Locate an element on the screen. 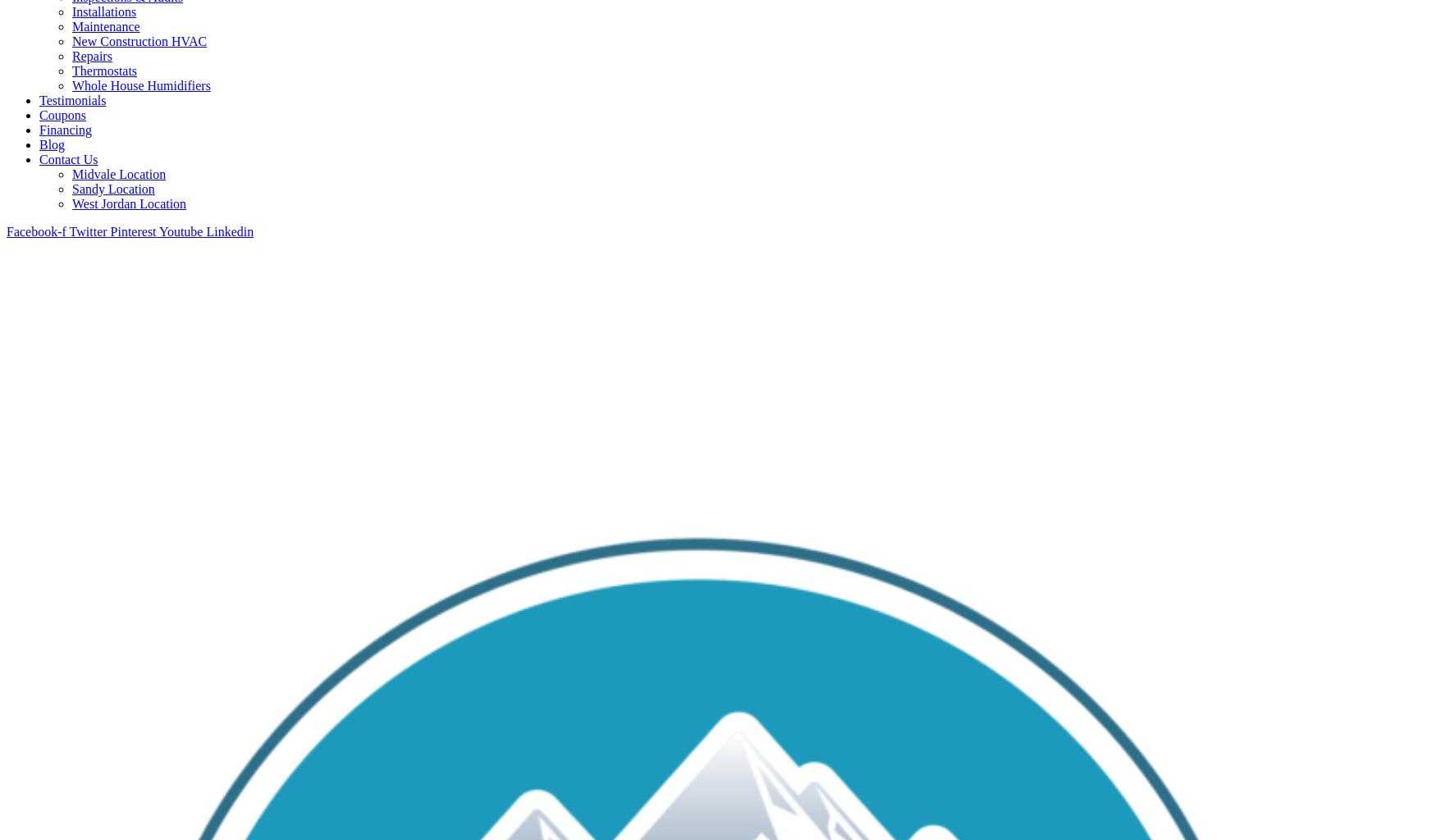 The width and height of the screenshot is (1454, 840). 'Facebook-f' is located at coordinates (34, 231).